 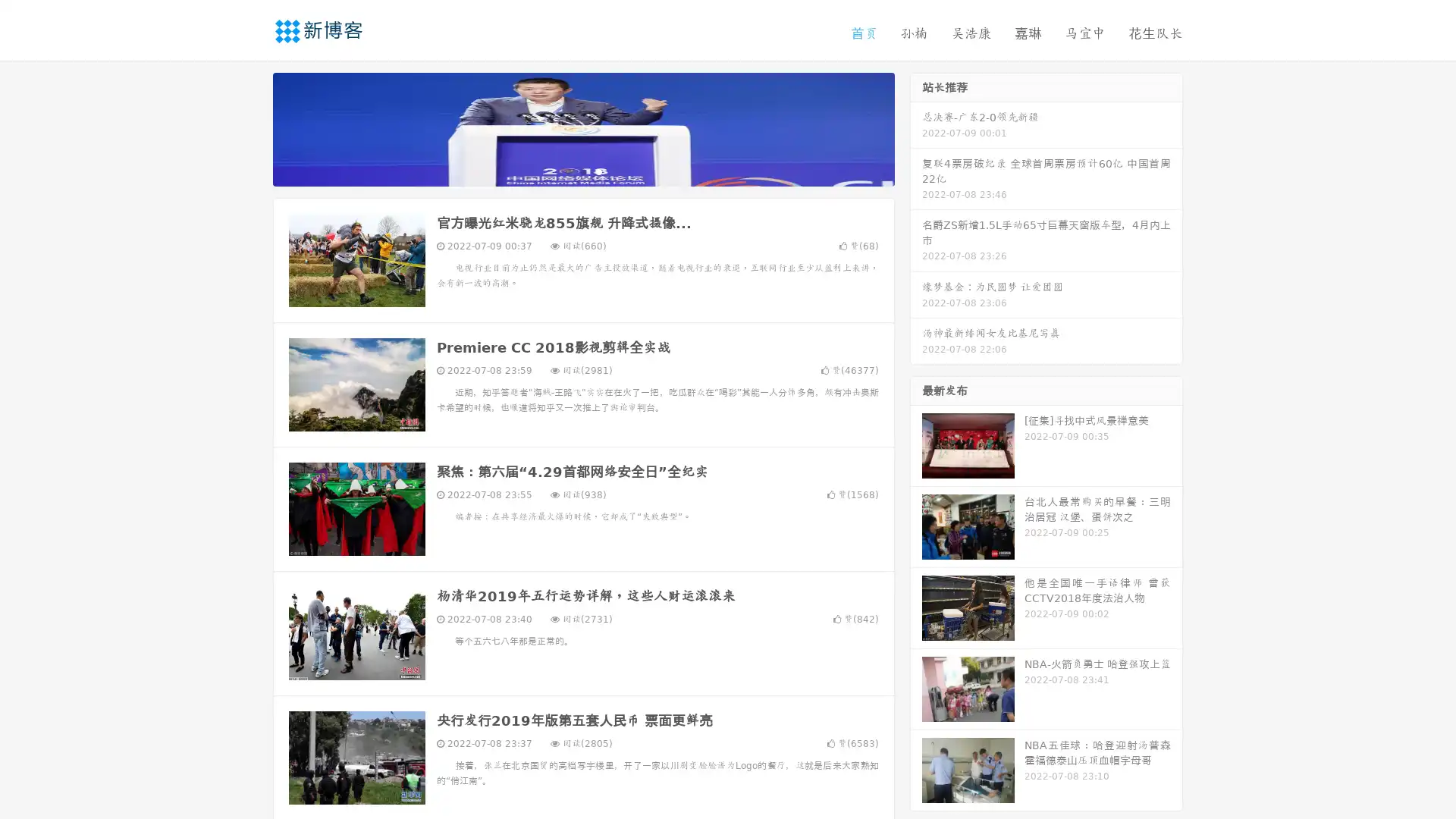 I want to click on Go to slide 3, so click(x=598, y=171).